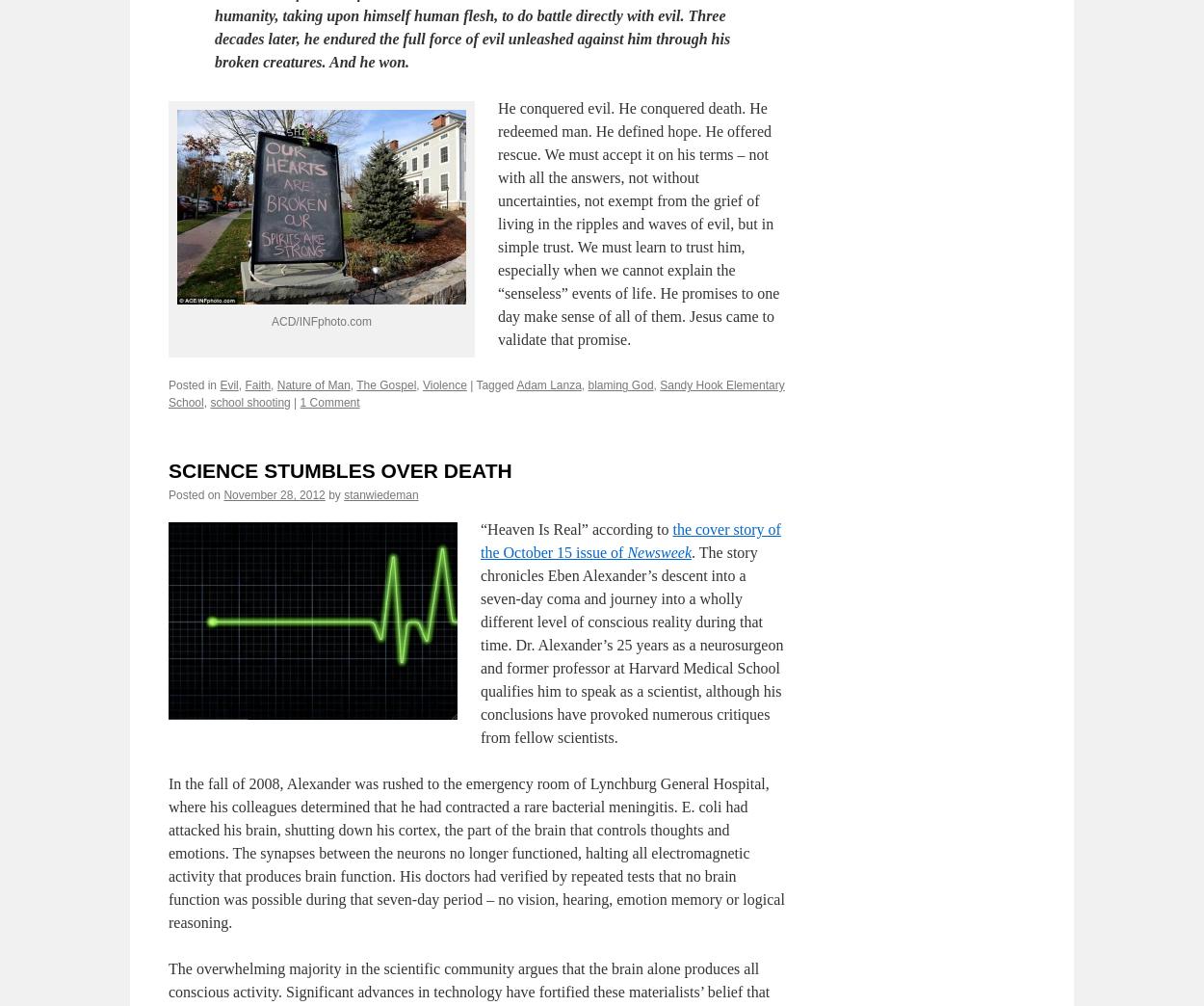 This screenshot has width=1204, height=1006. What do you see at coordinates (462, 26) in the screenshot?
I see `'The Christmas season reminds us again that such a God does exist and he has put such a plan of redemption into motion. For thousands of years his mercy covered man’s evil acts.'` at bounding box center [462, 26].